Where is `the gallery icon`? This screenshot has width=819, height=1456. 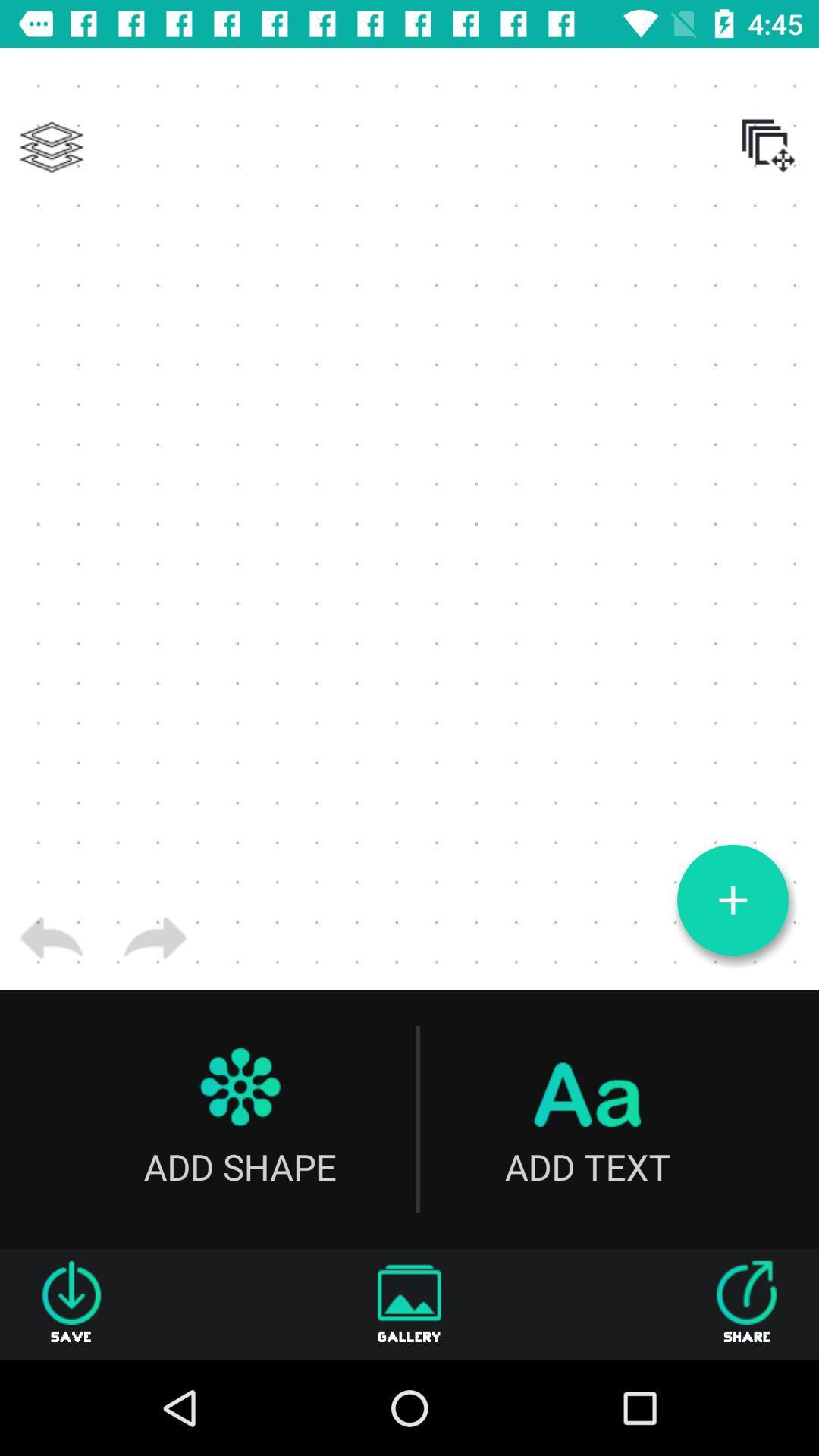
the gallery icon is located at coordinates (409, 1304).